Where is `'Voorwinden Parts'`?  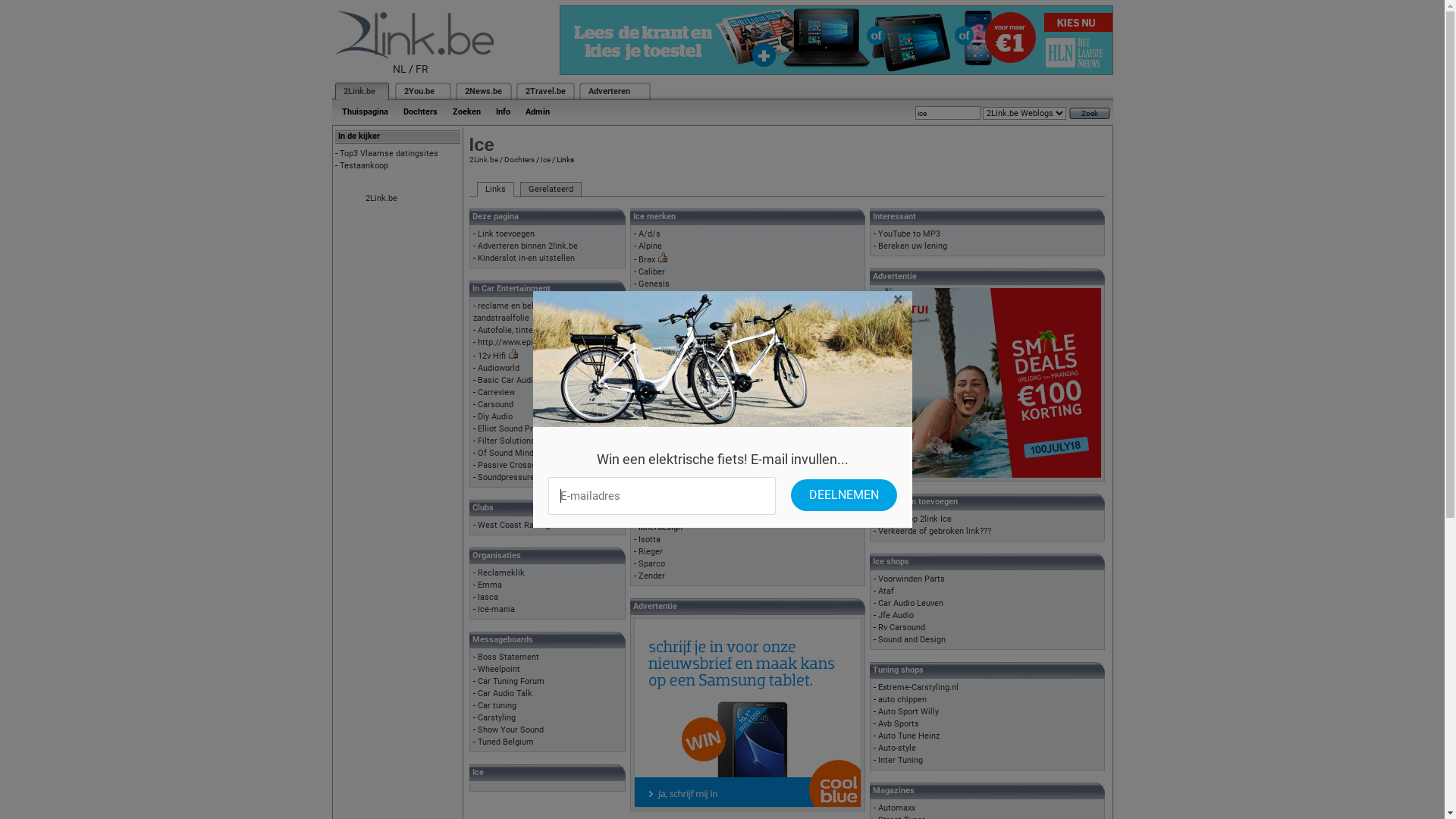 'Voorwinden Parts' is located at coordinates (910, 579).